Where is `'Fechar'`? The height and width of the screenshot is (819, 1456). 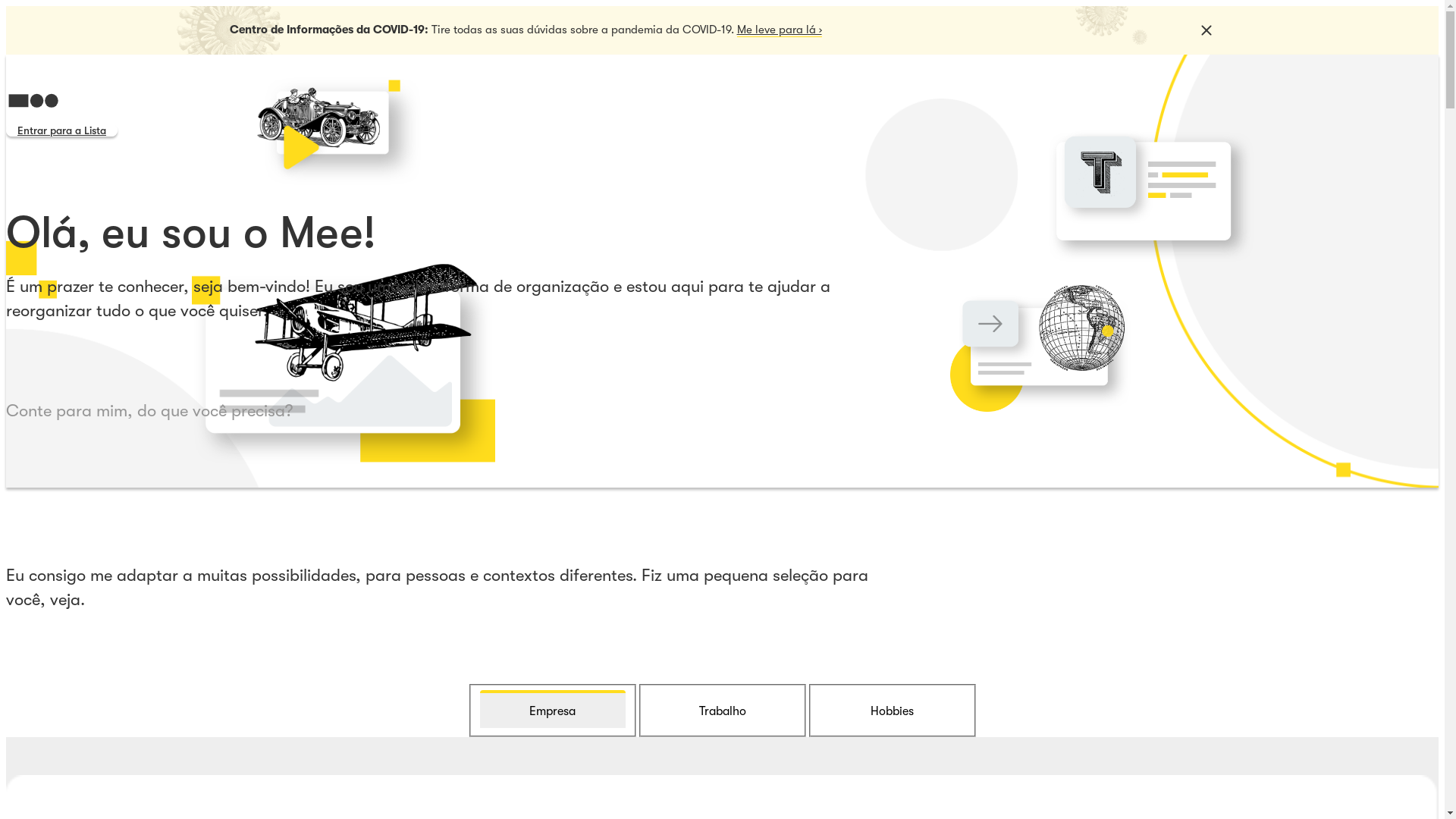 'Fechar' is located at coordinates (1204, 30).